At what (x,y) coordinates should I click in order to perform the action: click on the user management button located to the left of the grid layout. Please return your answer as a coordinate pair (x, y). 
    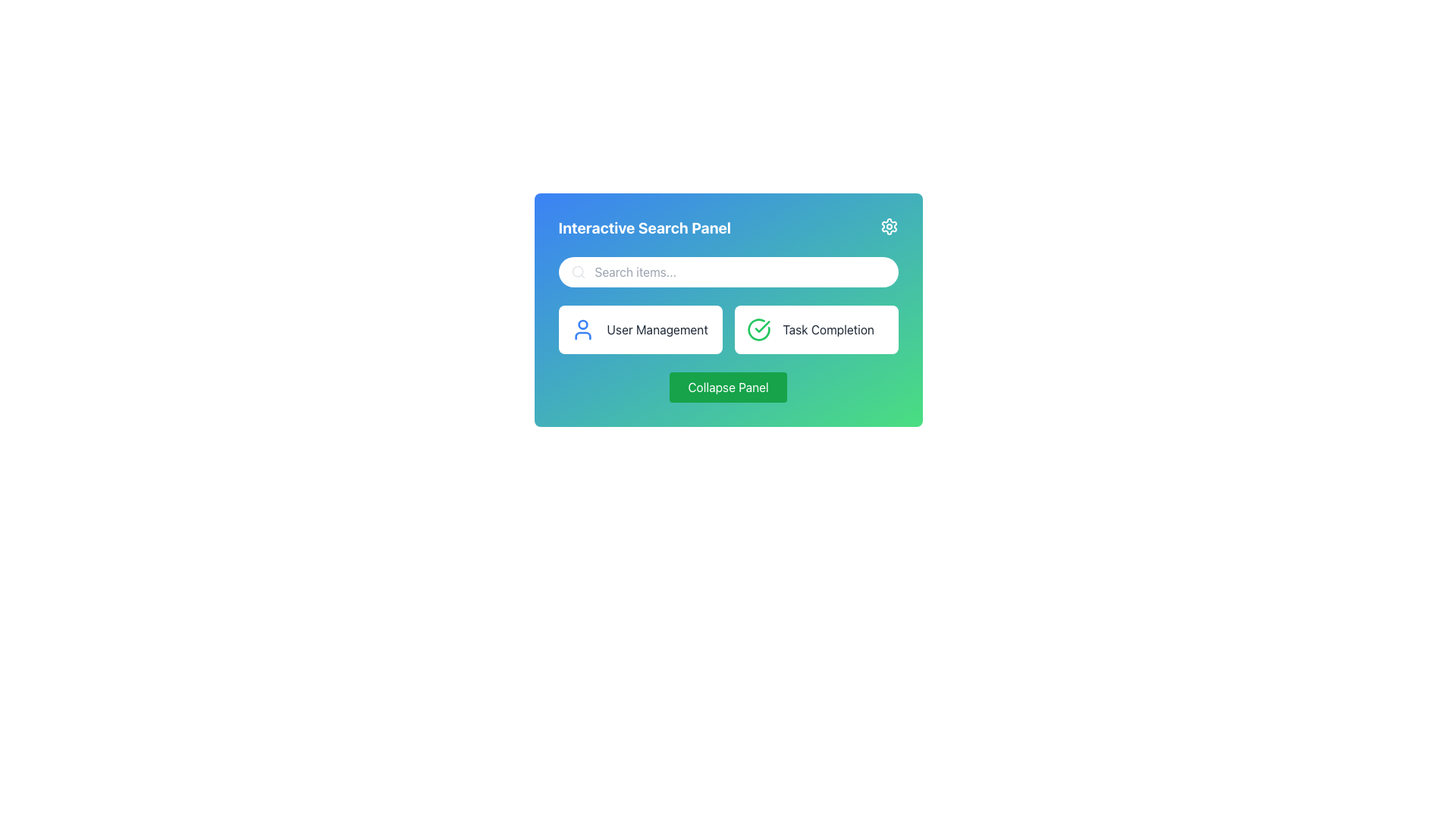
    Looking at the image, I should click on (640, 329).